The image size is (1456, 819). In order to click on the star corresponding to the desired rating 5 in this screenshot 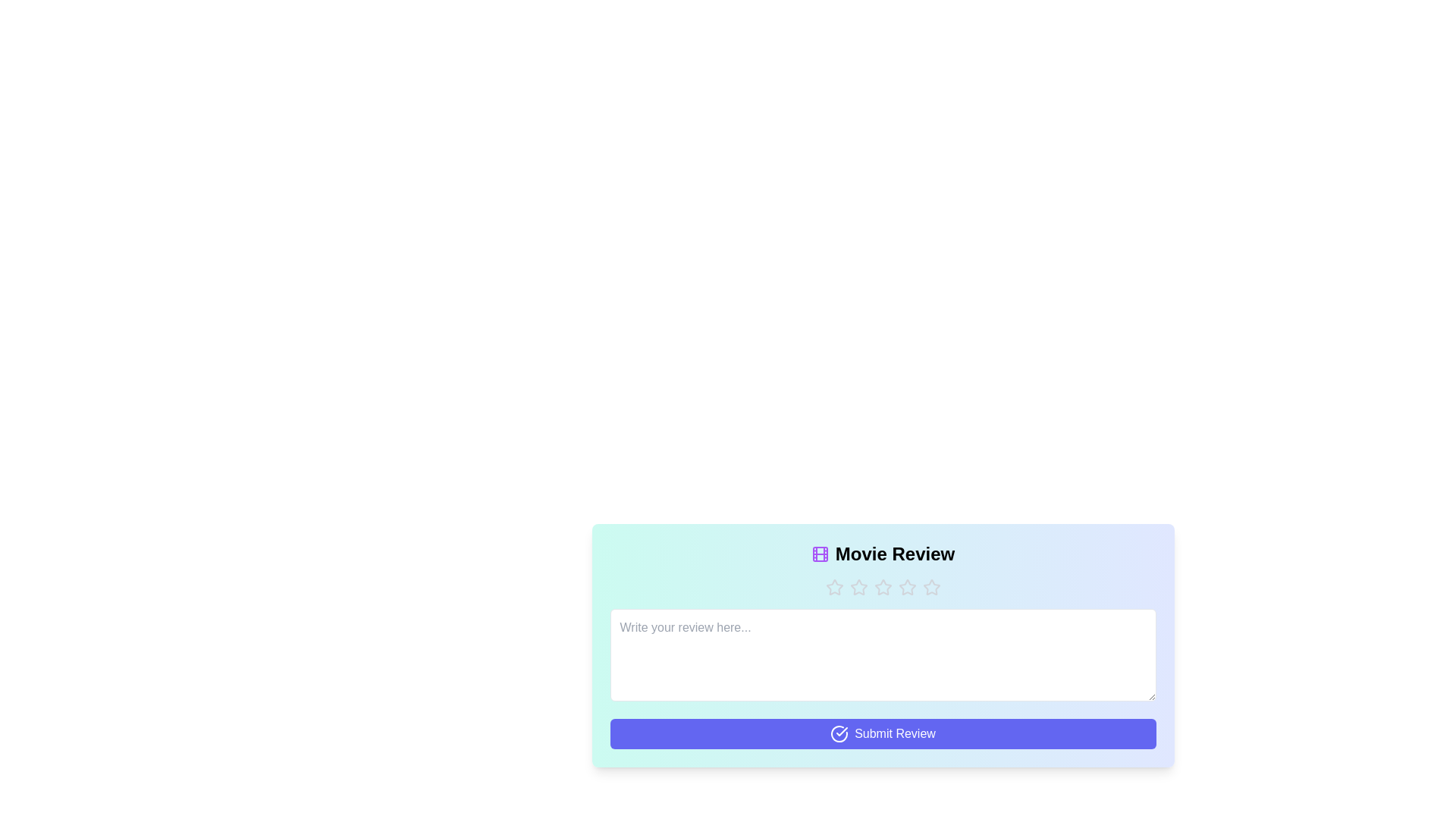, I will do `click(930, 587)`.